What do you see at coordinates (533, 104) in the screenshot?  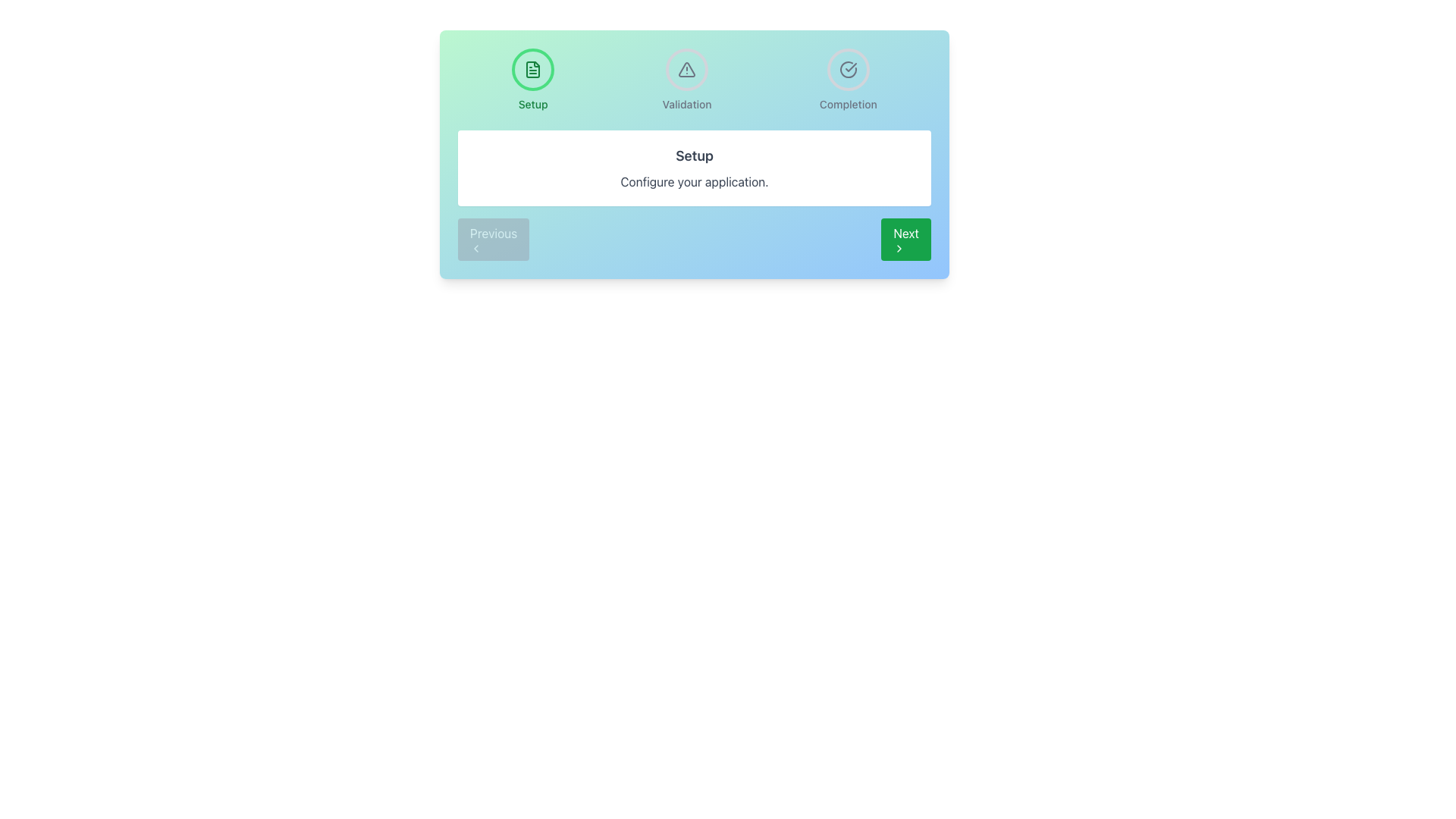 I see `the text label 'Setup' which is prominently displayed in green below a circular document icon within the navigation panel` at bounding box center [533, 104].